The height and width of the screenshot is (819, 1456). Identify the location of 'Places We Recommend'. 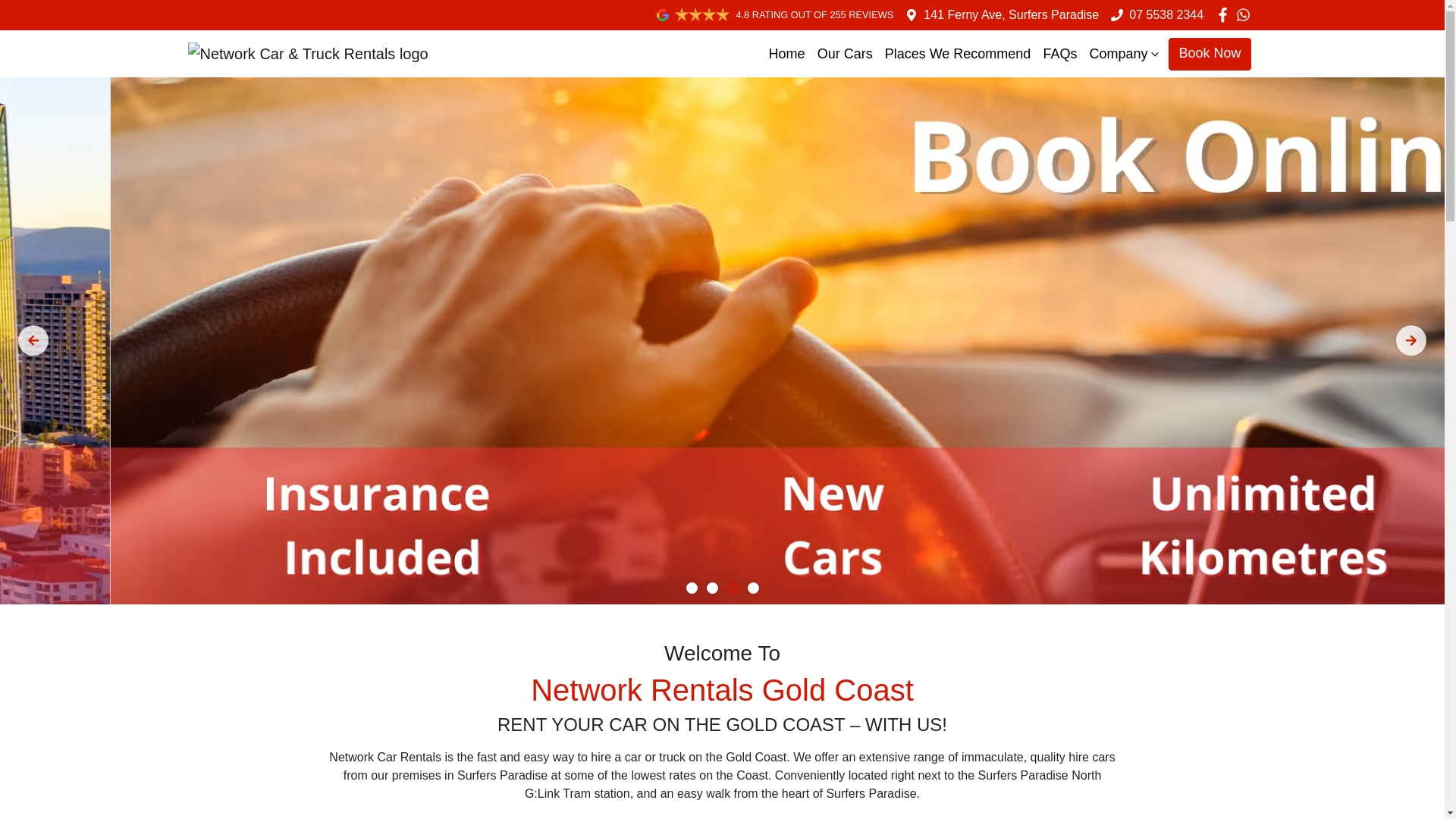
(957, 53).